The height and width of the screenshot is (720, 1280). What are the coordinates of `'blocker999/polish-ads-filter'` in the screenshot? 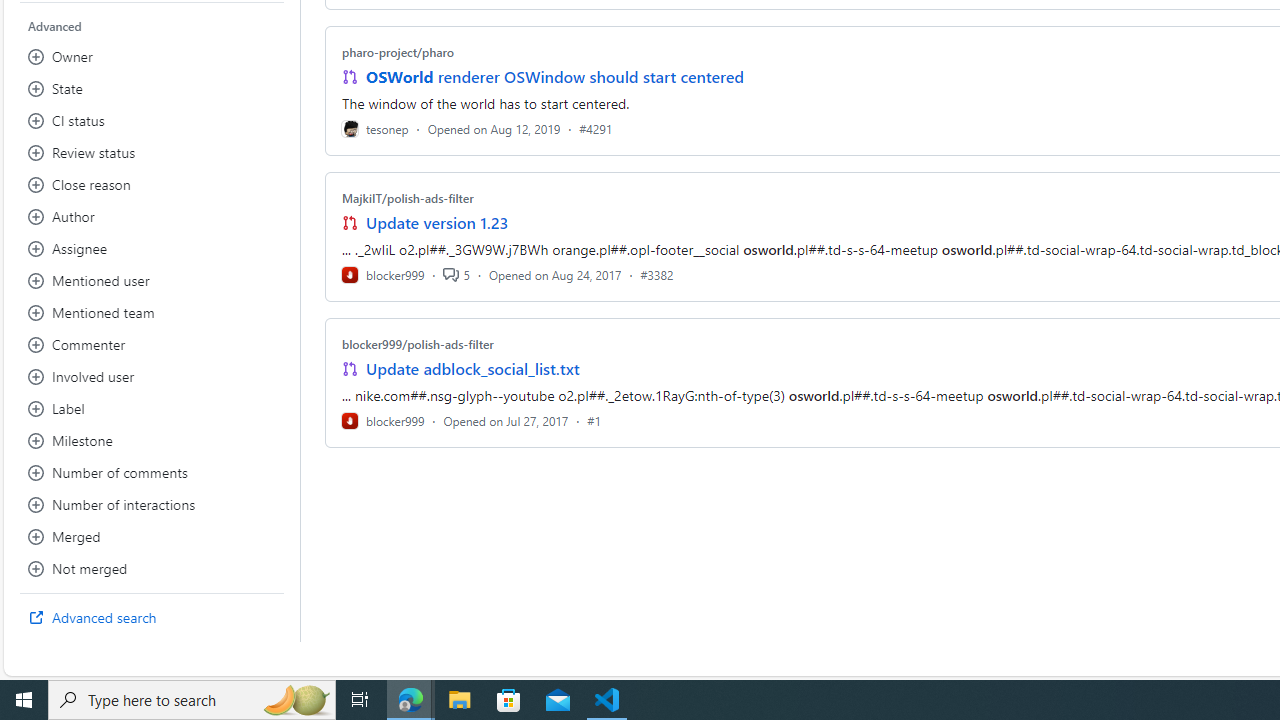 It's located at (416, 342).